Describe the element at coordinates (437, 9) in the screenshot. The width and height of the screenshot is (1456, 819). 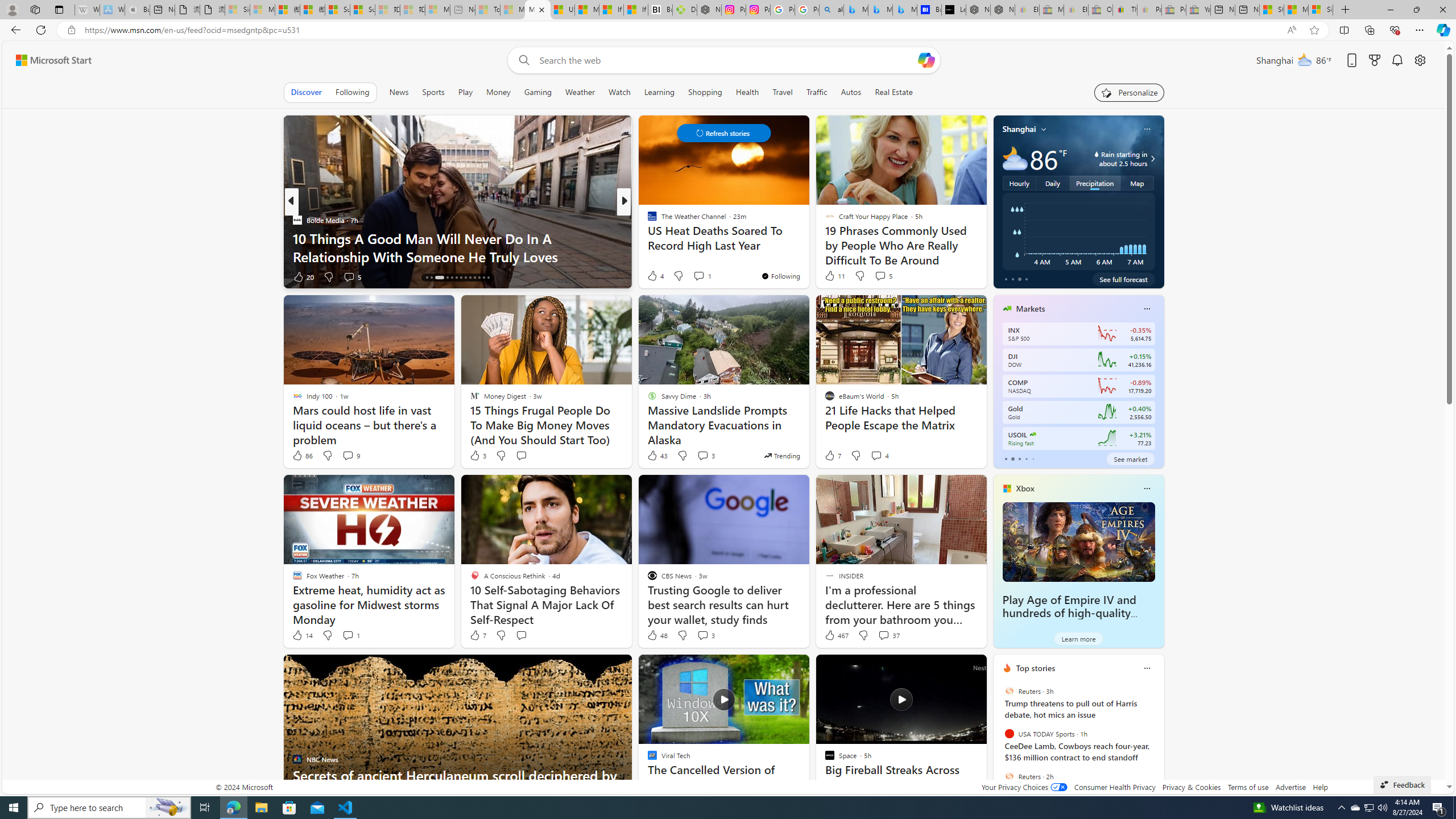
I see `'Microsoft account | Account Checkup - Sleeping'` at that location.